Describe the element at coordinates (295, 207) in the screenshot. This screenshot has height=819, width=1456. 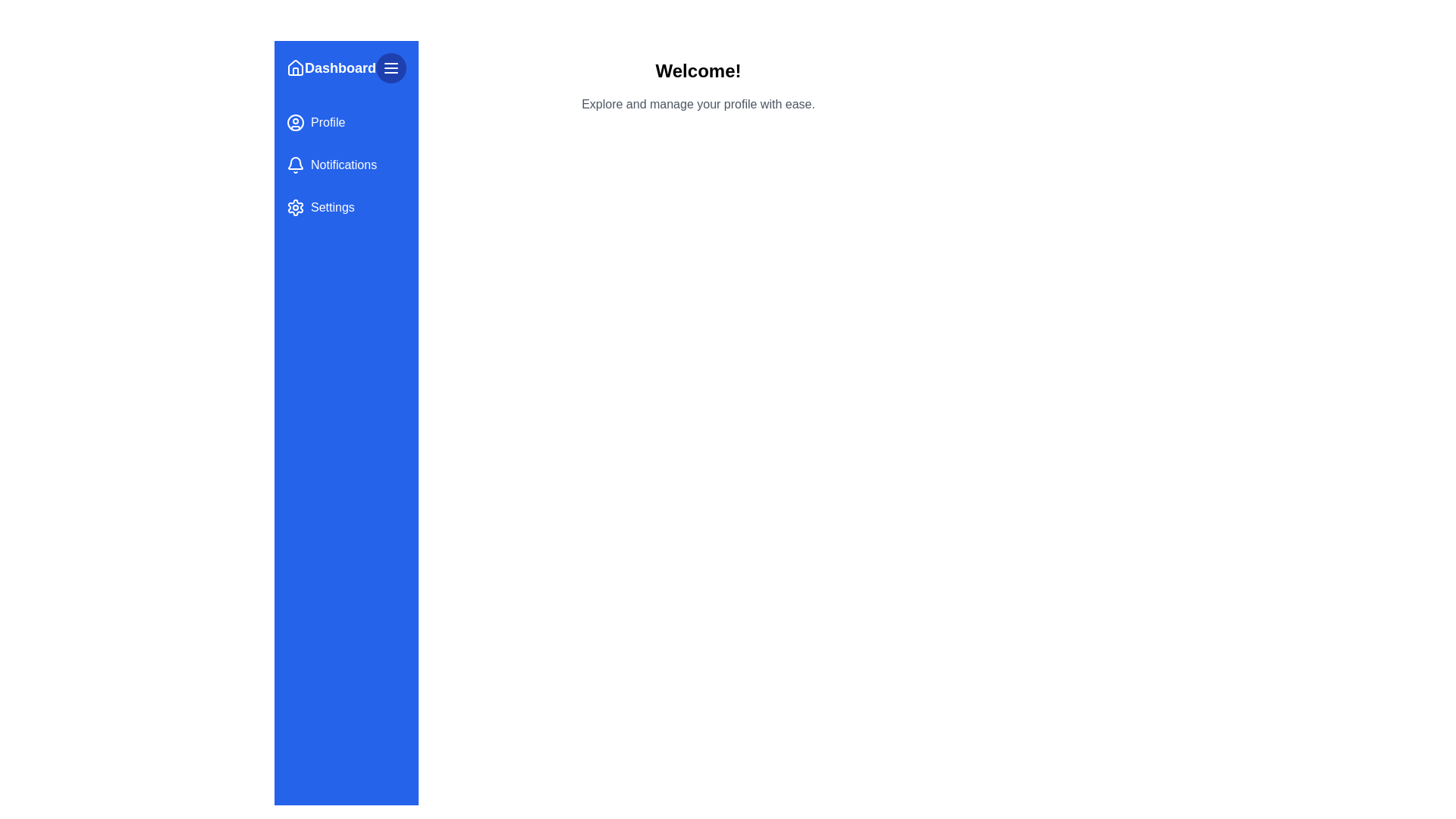
I see `the 'Settings' icon located on the left navigation panel, which is the third icon in the vertical list, below 'Profile' and 'Notifications'` at that location.